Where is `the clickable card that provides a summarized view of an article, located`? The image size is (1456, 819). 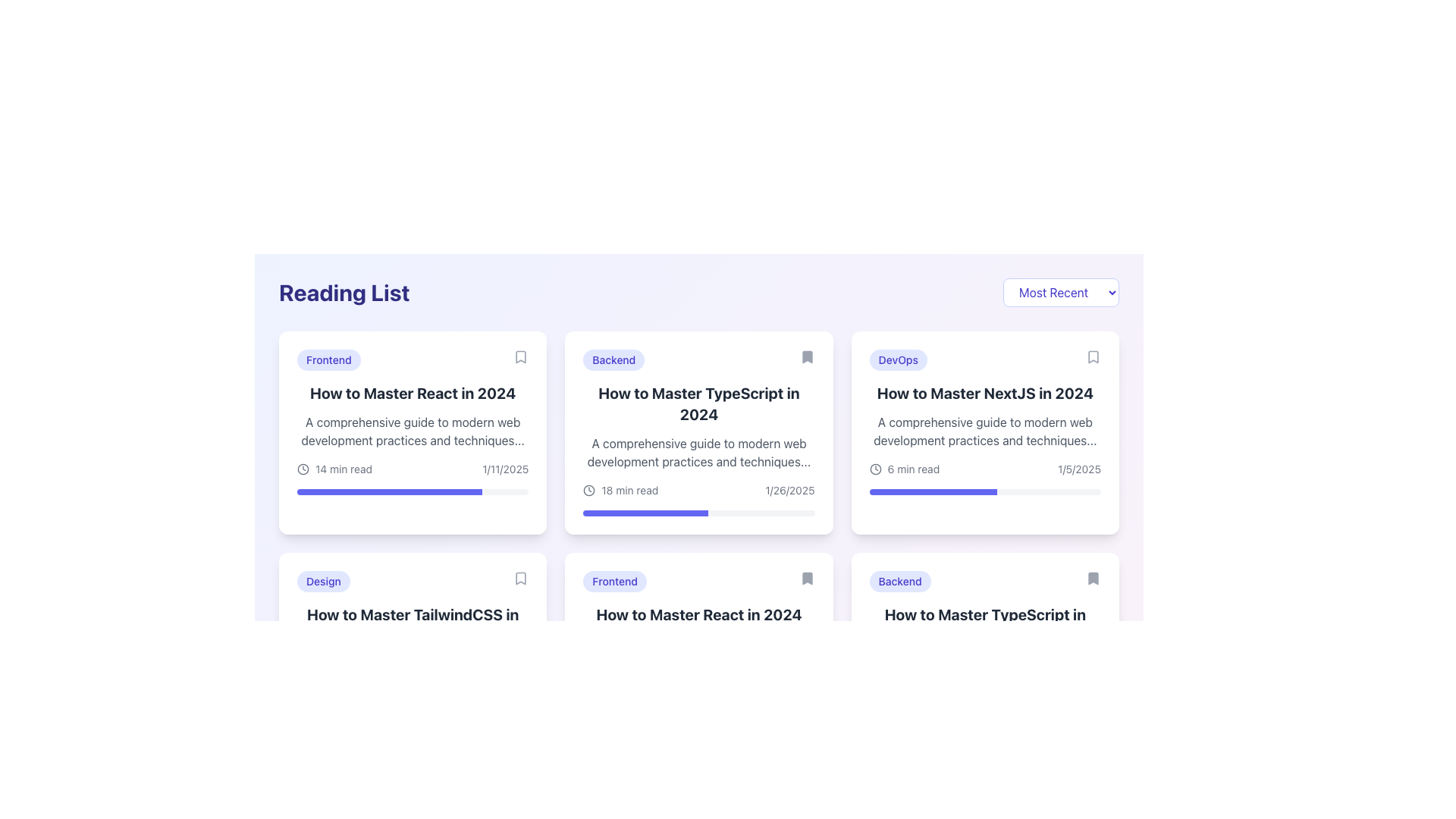 the clickable card that provides a summarized view of an article, located is located at coordinates (698, 432).